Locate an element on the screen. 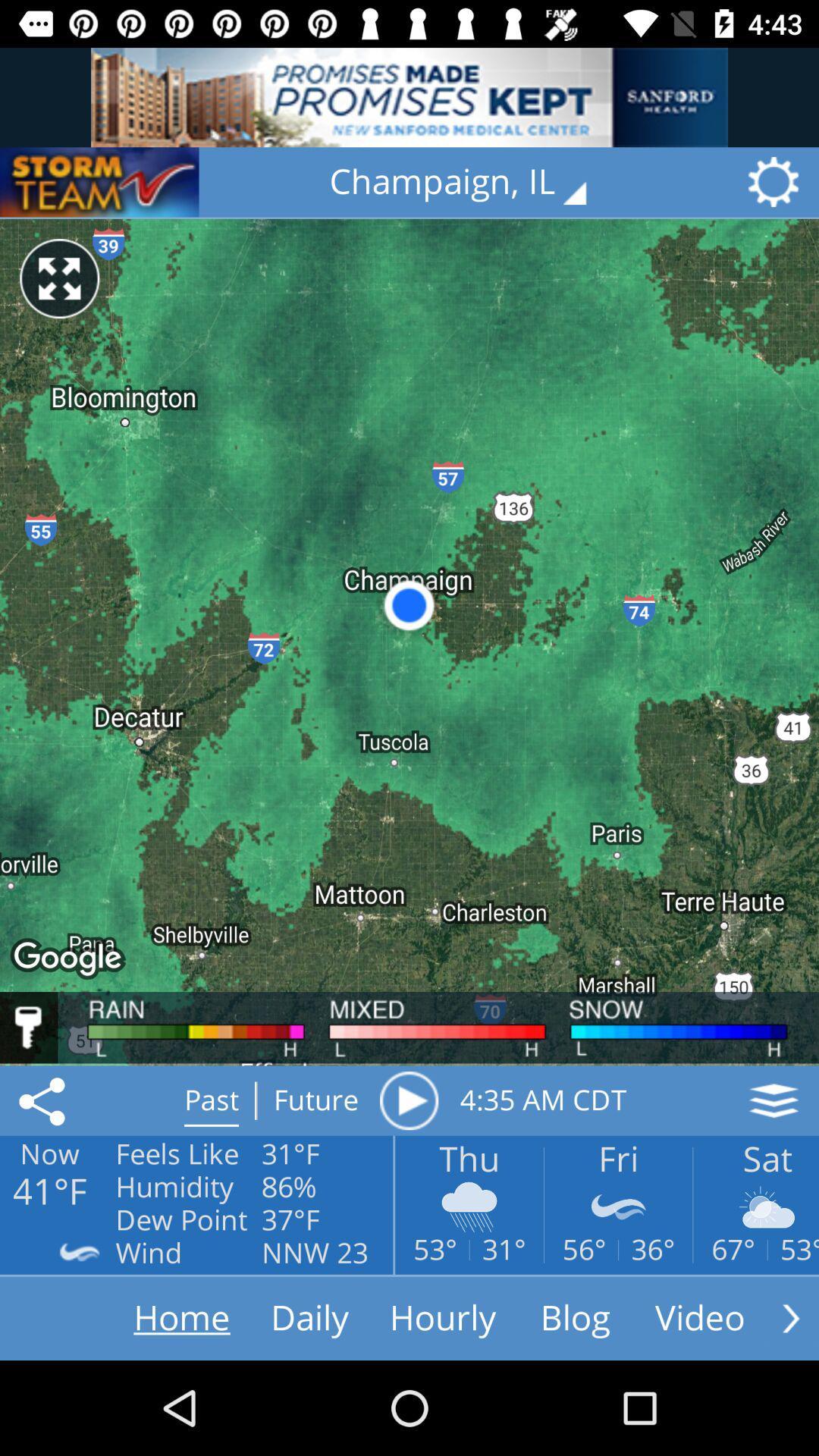 Image resolution: width=819 pixels, height=1456 pixels. the arrow_forward icon is located at coordinates (790, 1317).